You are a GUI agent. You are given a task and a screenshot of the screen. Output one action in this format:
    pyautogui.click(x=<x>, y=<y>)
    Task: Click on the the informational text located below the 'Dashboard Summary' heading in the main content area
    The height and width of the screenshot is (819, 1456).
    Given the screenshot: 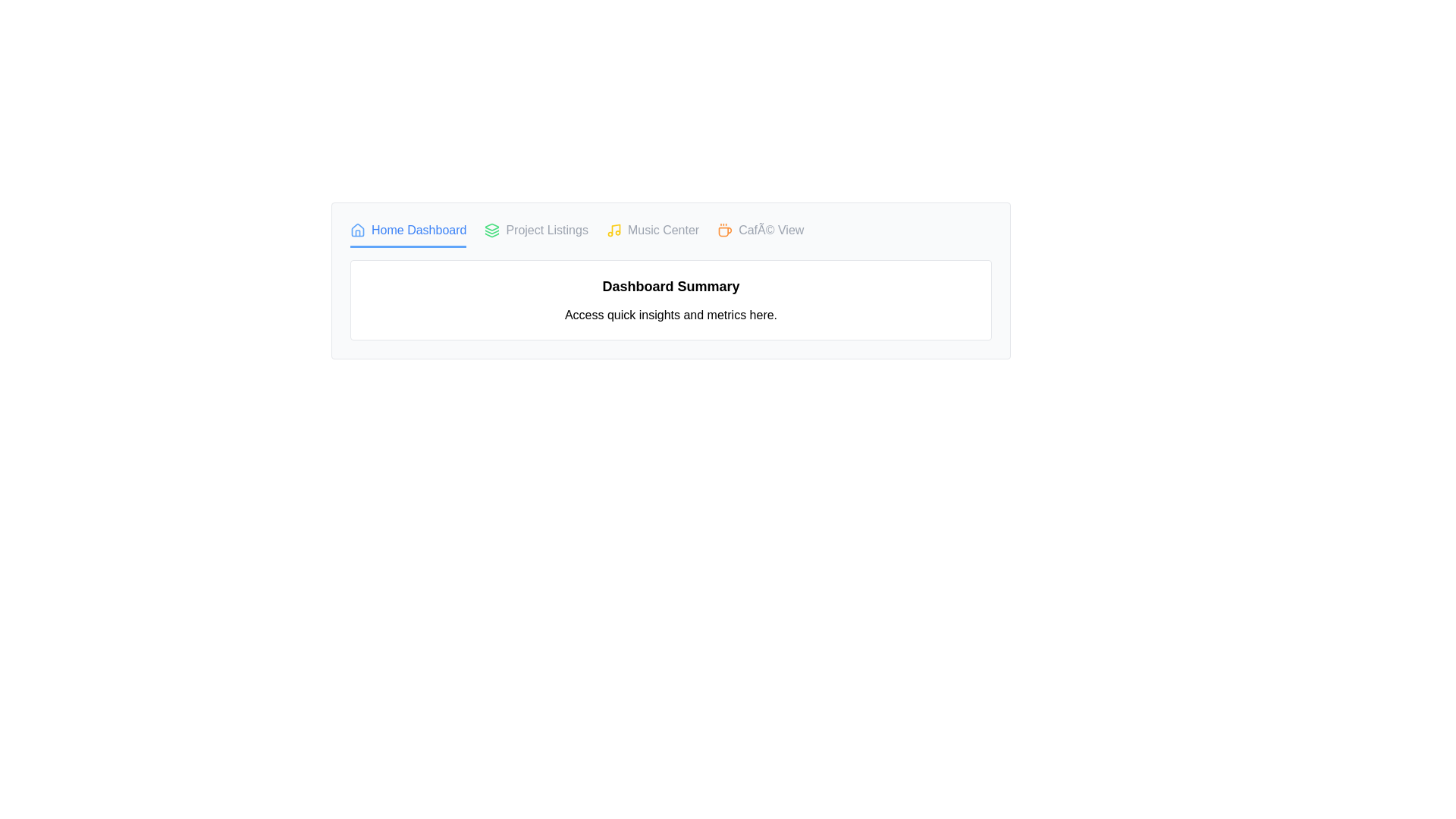 What is the action you would take?
    pyautogui.click(x=670, y=315)
    